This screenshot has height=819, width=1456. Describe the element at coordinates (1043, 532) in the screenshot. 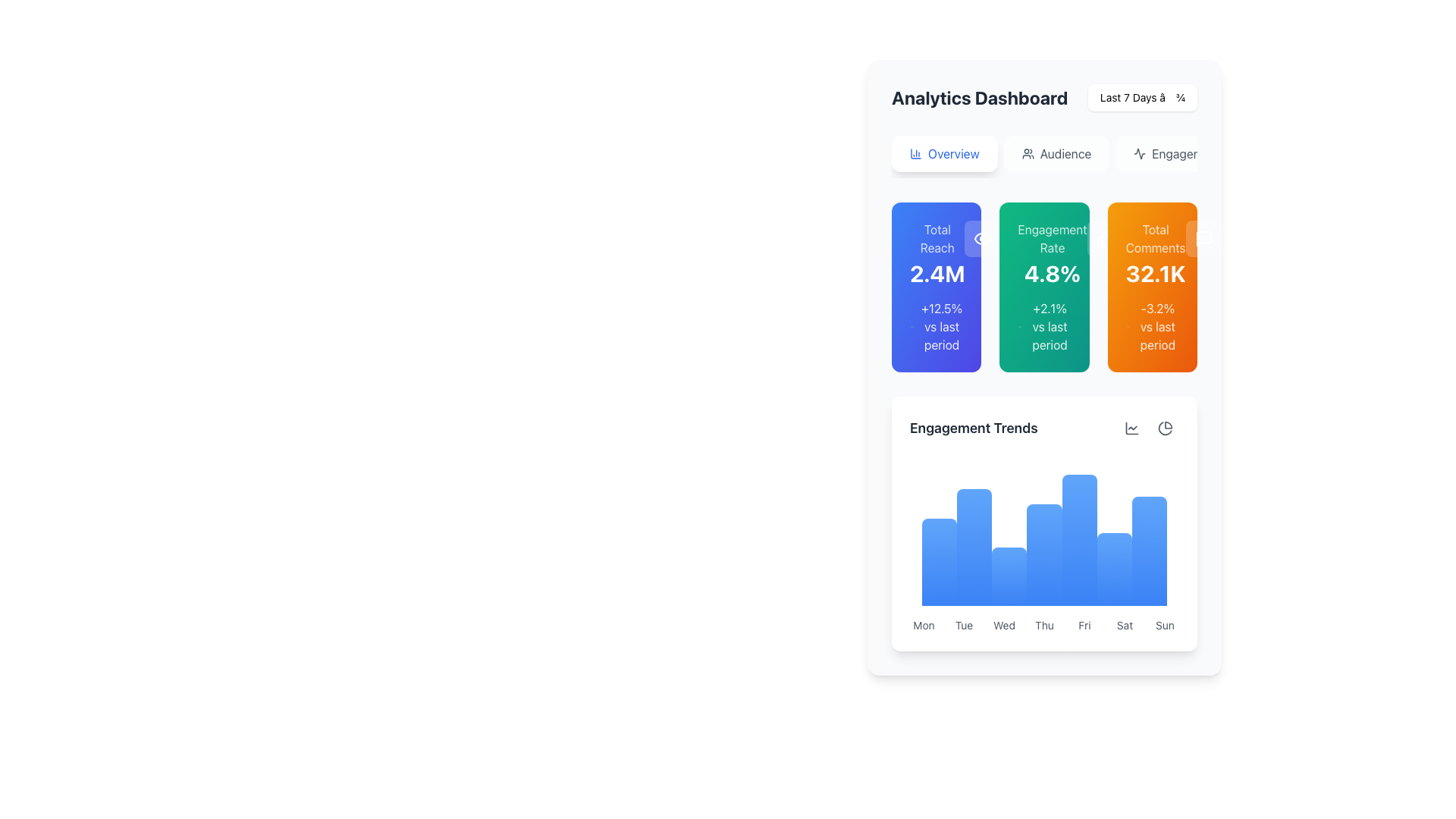

I see `the Bar chart component in the 'Engagement Trends' section` at that location.